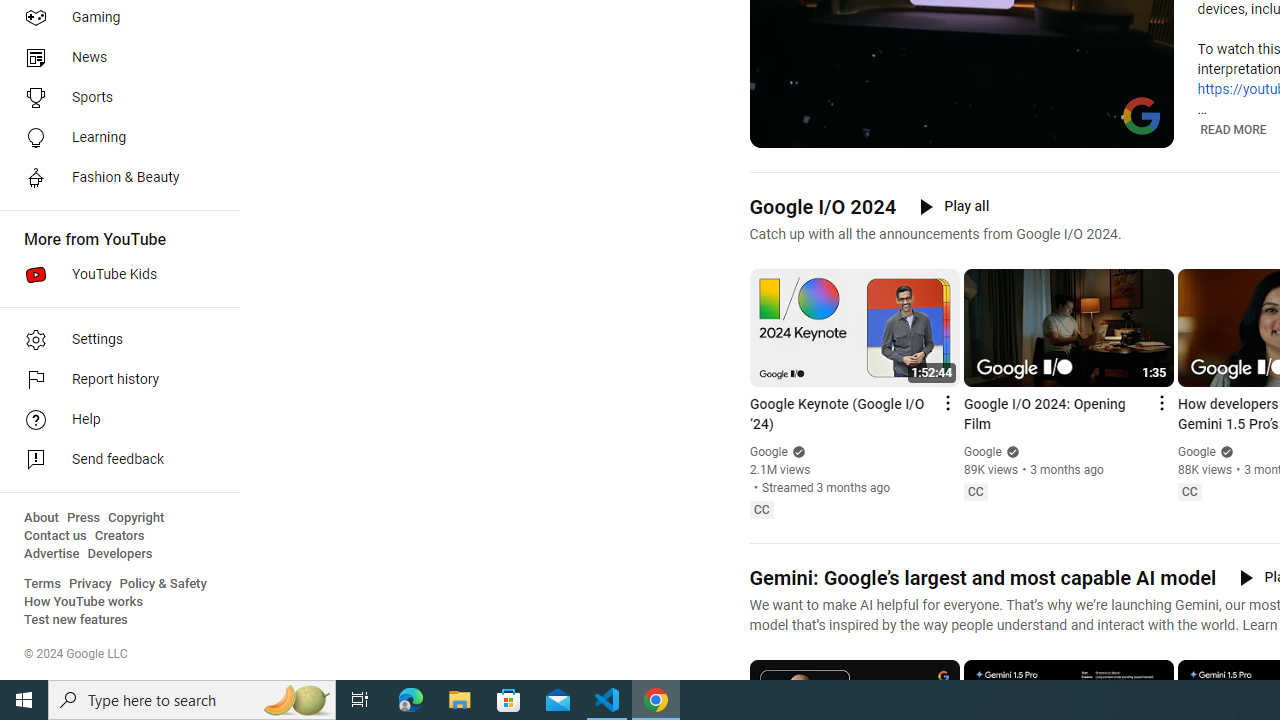 The width and height of the screenshot is (1280, 720). I want to click on 'Send feedback', so click(112, 460).